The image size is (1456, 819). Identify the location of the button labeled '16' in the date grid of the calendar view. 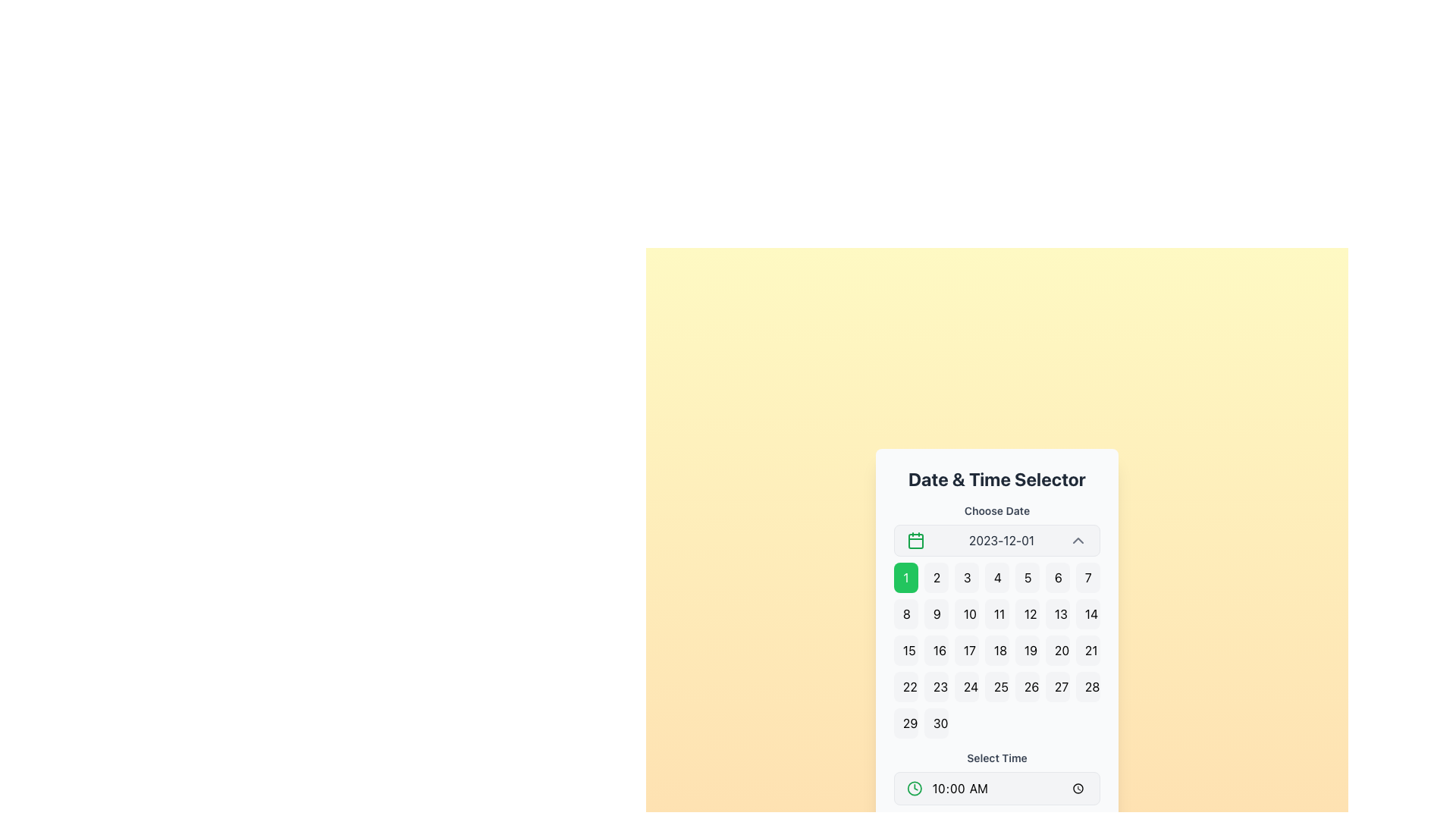
(935, 649).